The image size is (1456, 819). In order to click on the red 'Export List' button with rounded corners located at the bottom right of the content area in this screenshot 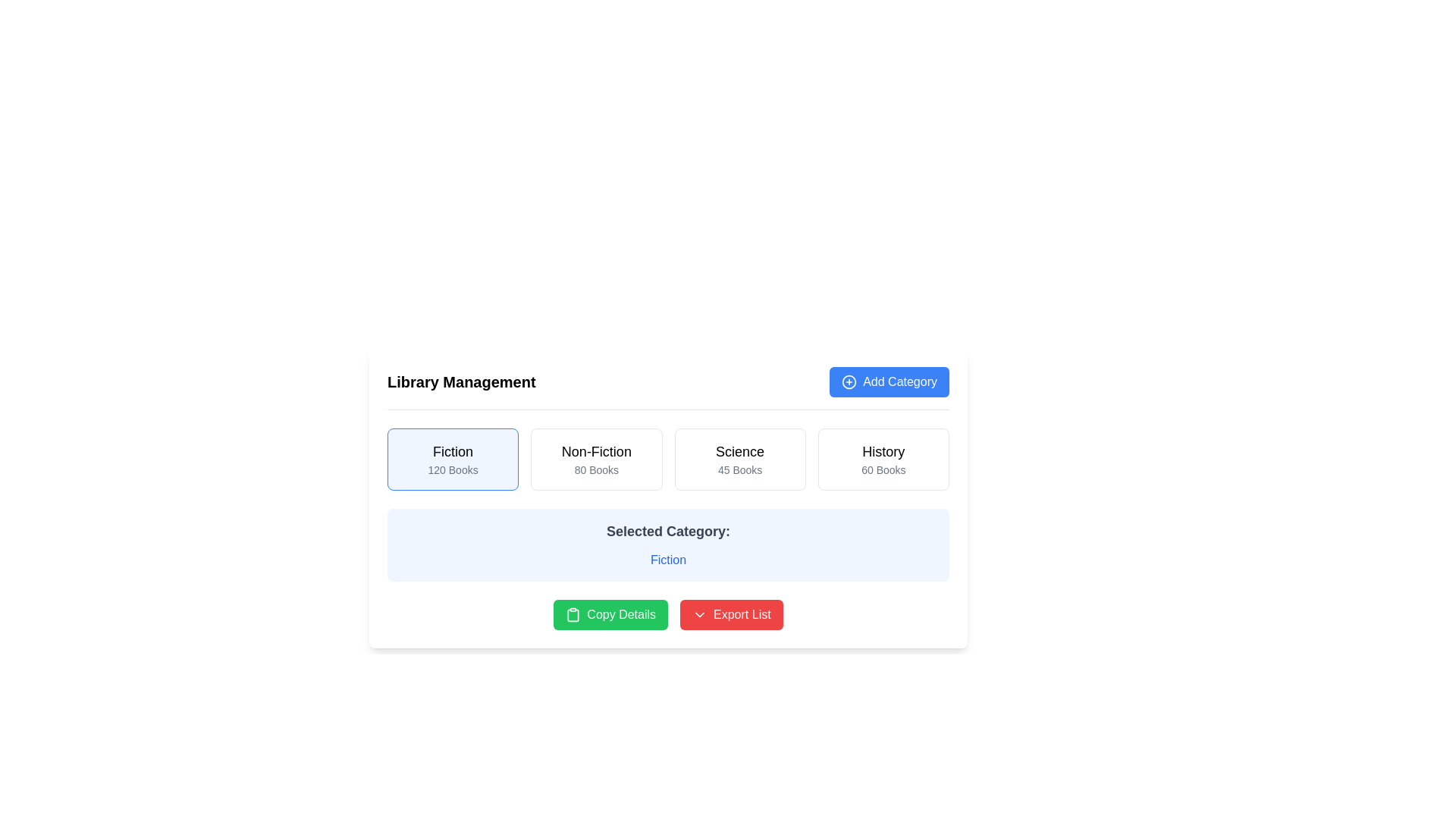, I will do `click(731, 614)`.